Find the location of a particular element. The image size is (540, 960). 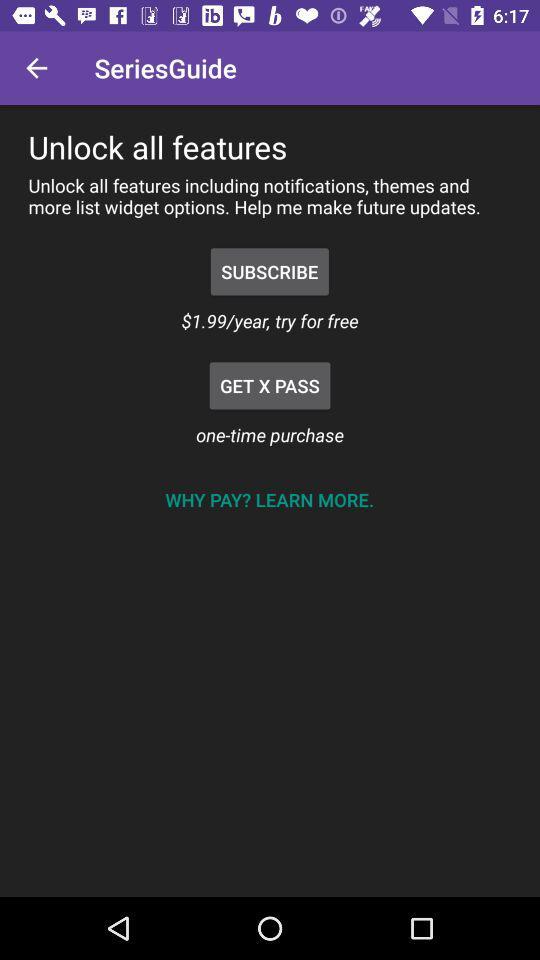

the icon below one-time purchase item is located at coordinates (269, 498).